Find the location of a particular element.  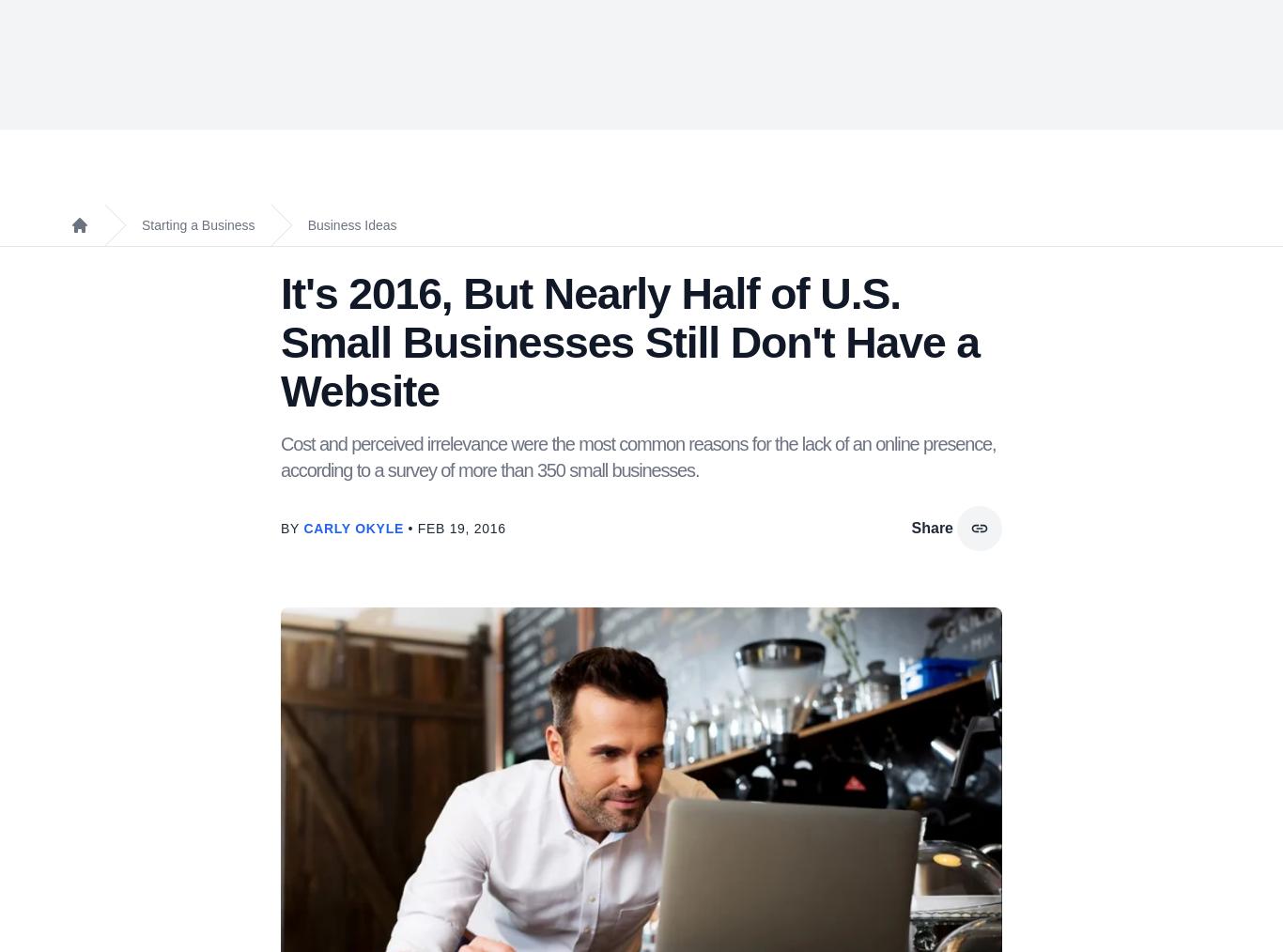

'By        Jonathan Small' is located at coordinates (397, 732).